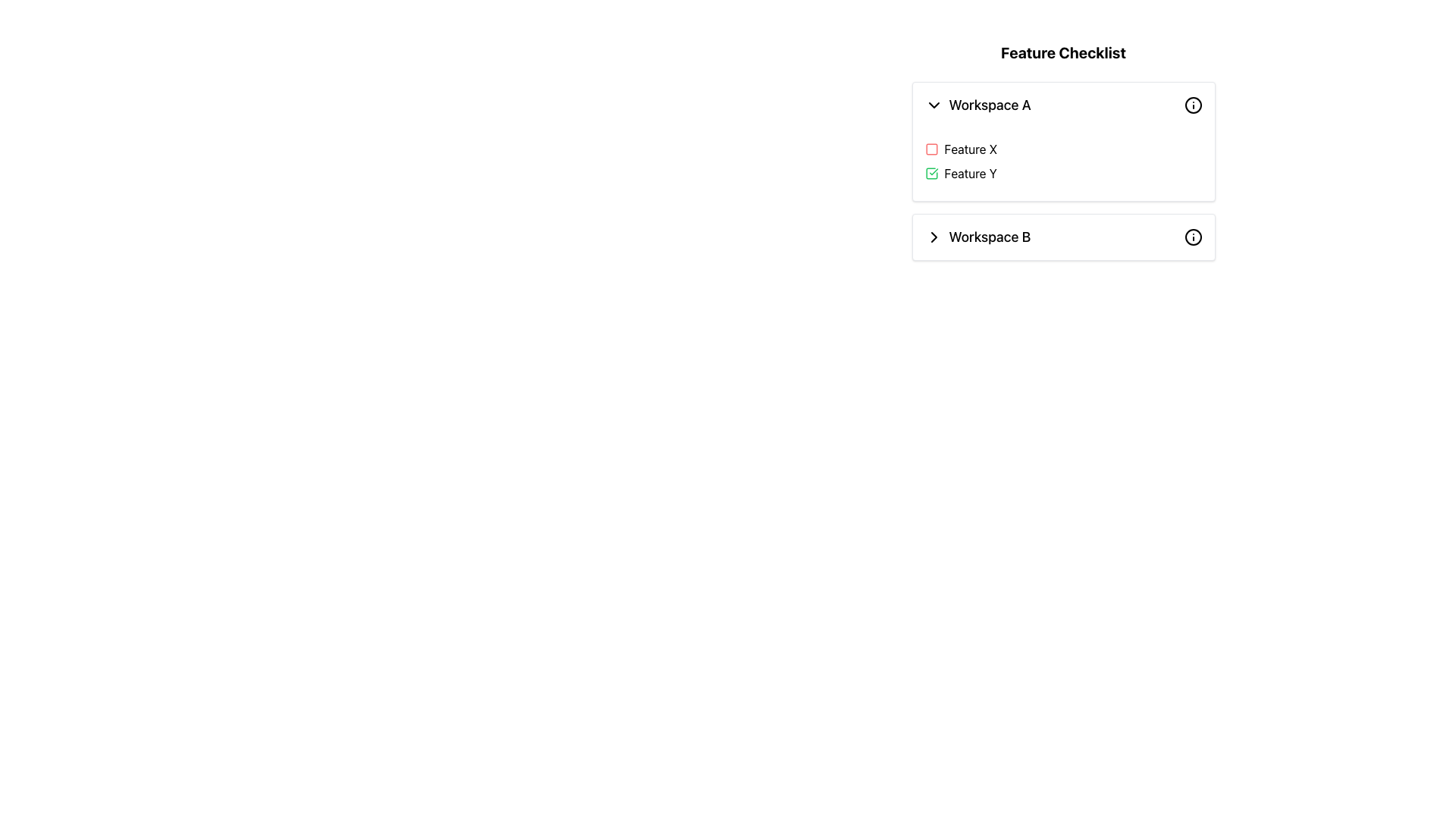 This screenshot has height=819, width=1456. I want to click on the 'checked' state icon for 'Feature Y' in the 'Feature Checklist' of 'Workspace A', so click(930, 172).